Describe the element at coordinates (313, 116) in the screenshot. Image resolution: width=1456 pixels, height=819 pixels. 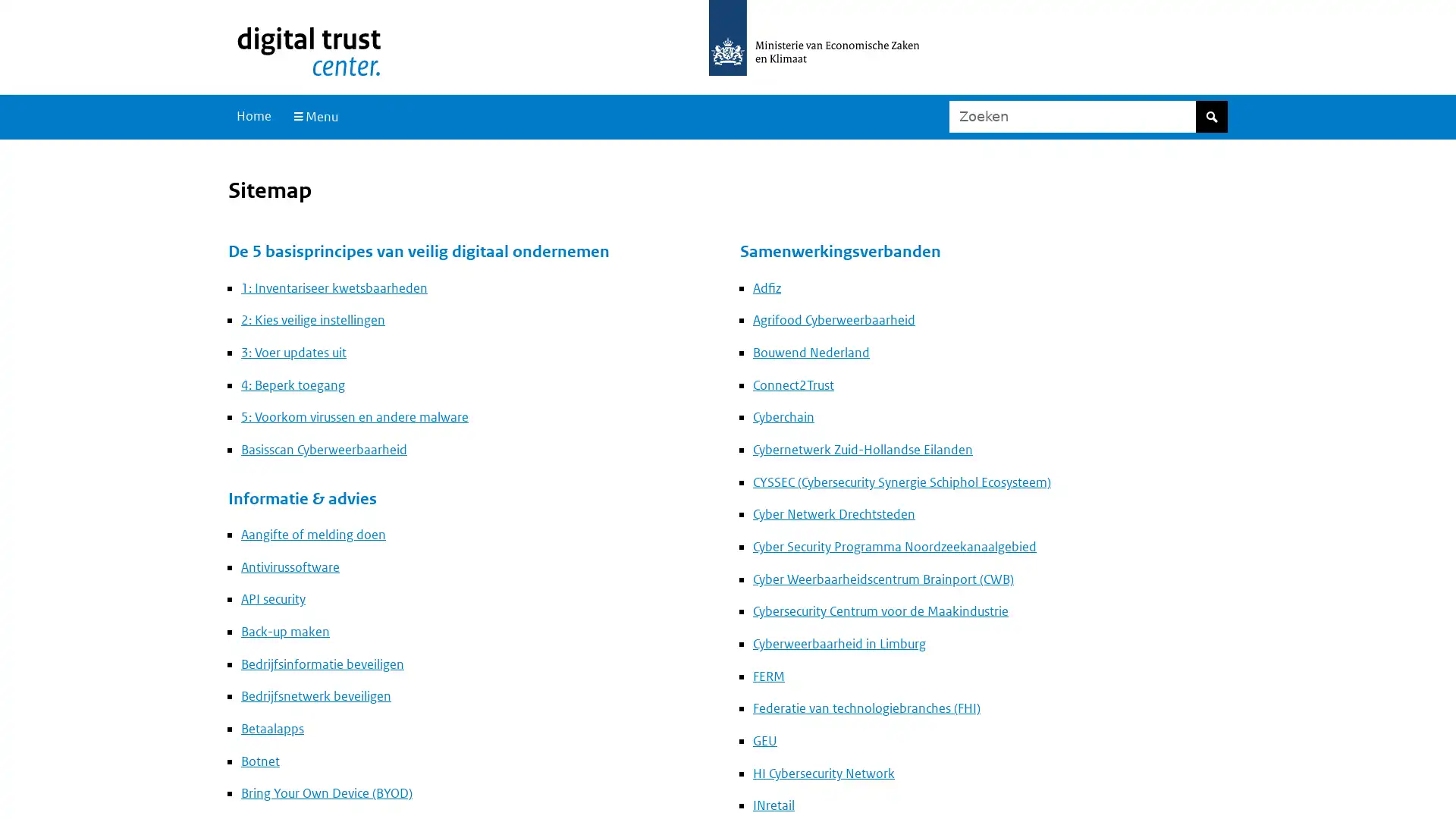
I see `Toggle navigation` at that location.